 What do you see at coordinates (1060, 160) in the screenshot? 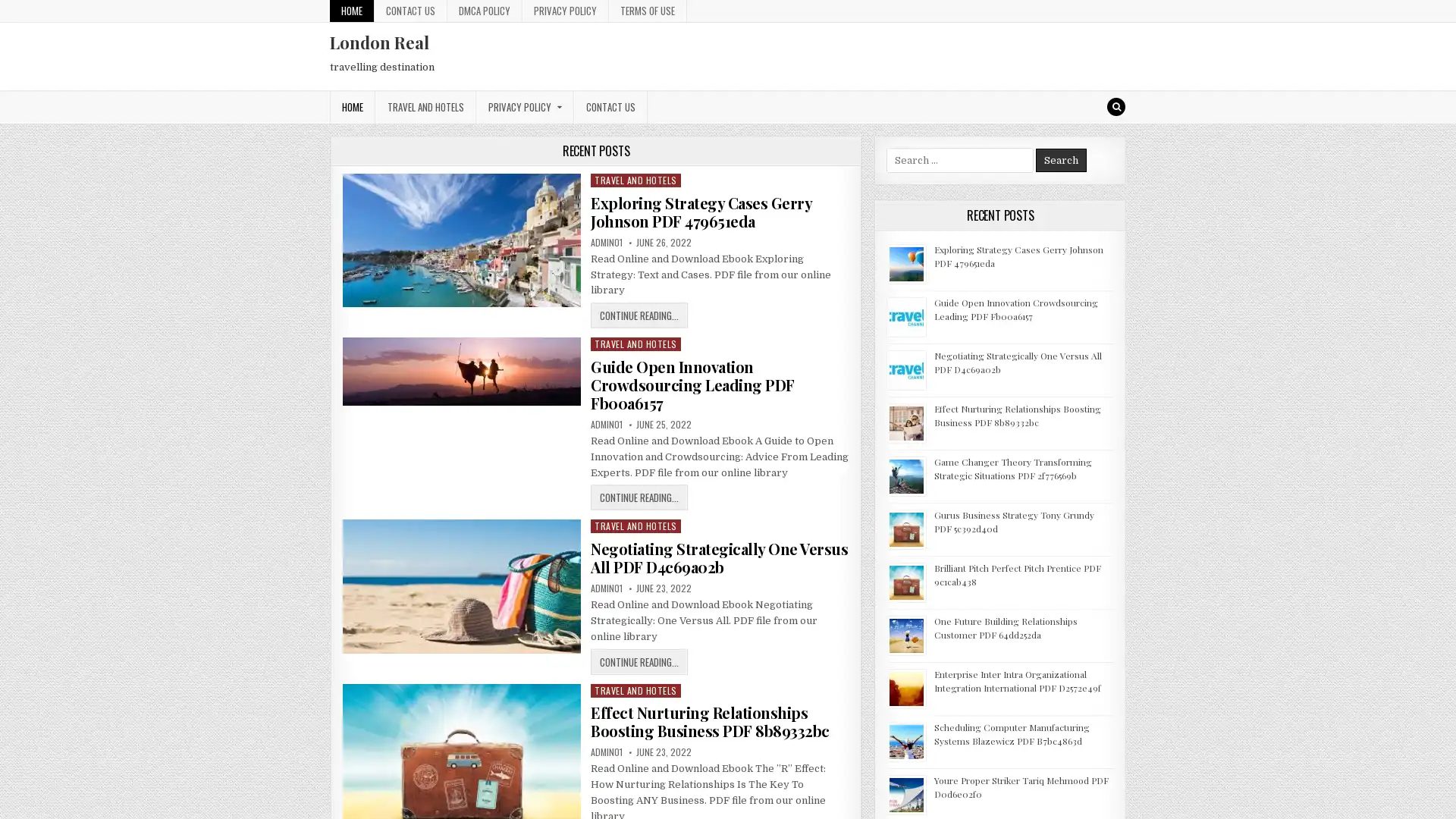
I see `Search` at bounding box center [1060, 160].